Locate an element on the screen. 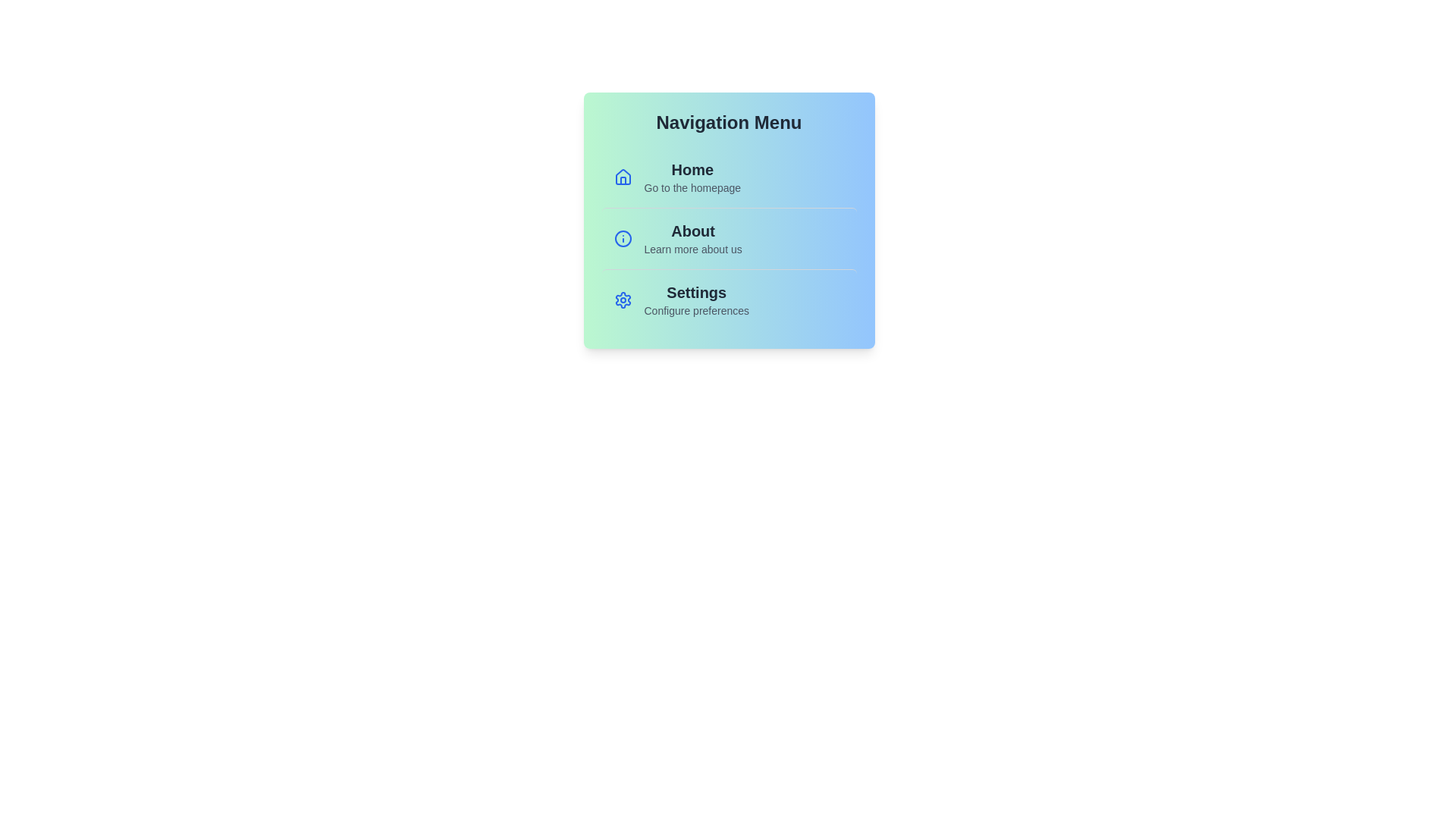 The image size is (1456, 819). the menu item labeled Settings to navigate to its corresponding page is located at coordinates (729, 300).